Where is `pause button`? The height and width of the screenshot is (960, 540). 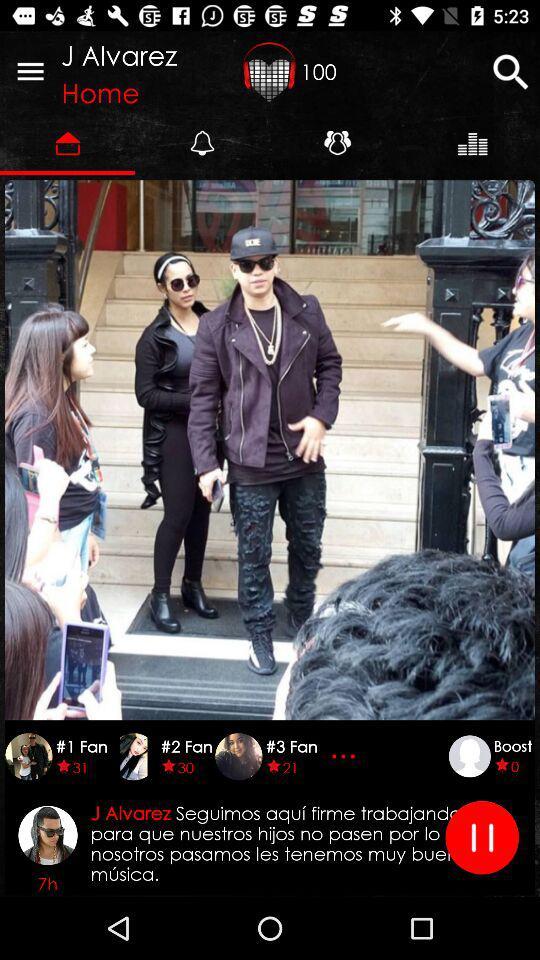 pause button is located at coordinates (481, 837).